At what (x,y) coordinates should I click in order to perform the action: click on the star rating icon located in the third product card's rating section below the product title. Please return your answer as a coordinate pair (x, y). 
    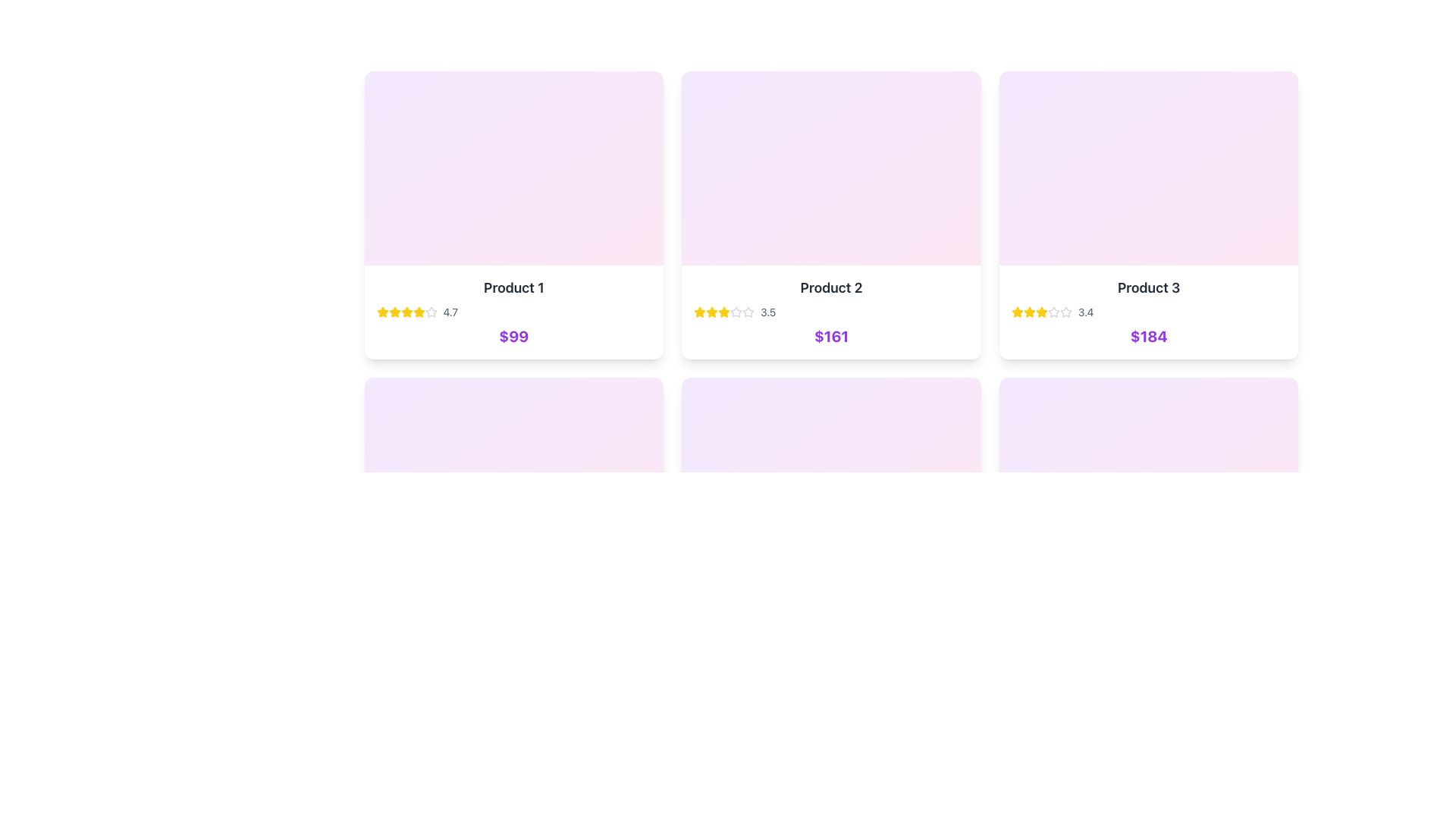
    Looking at the image, I should click on (1017, 311).